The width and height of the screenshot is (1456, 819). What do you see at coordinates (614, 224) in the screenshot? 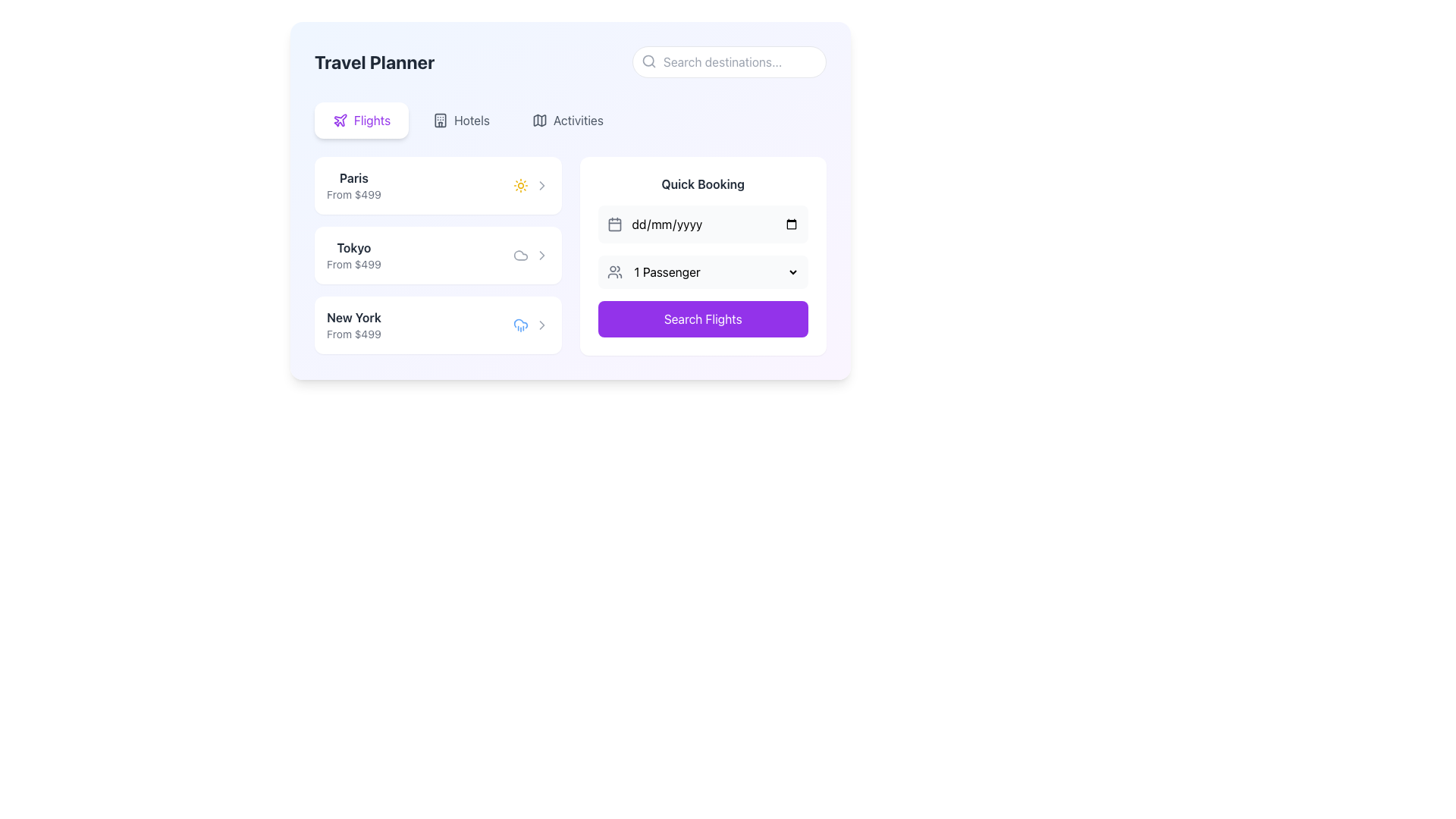
I see `the calendar icon within the 'Quick Booking' card` at bounding box center [614, 224].